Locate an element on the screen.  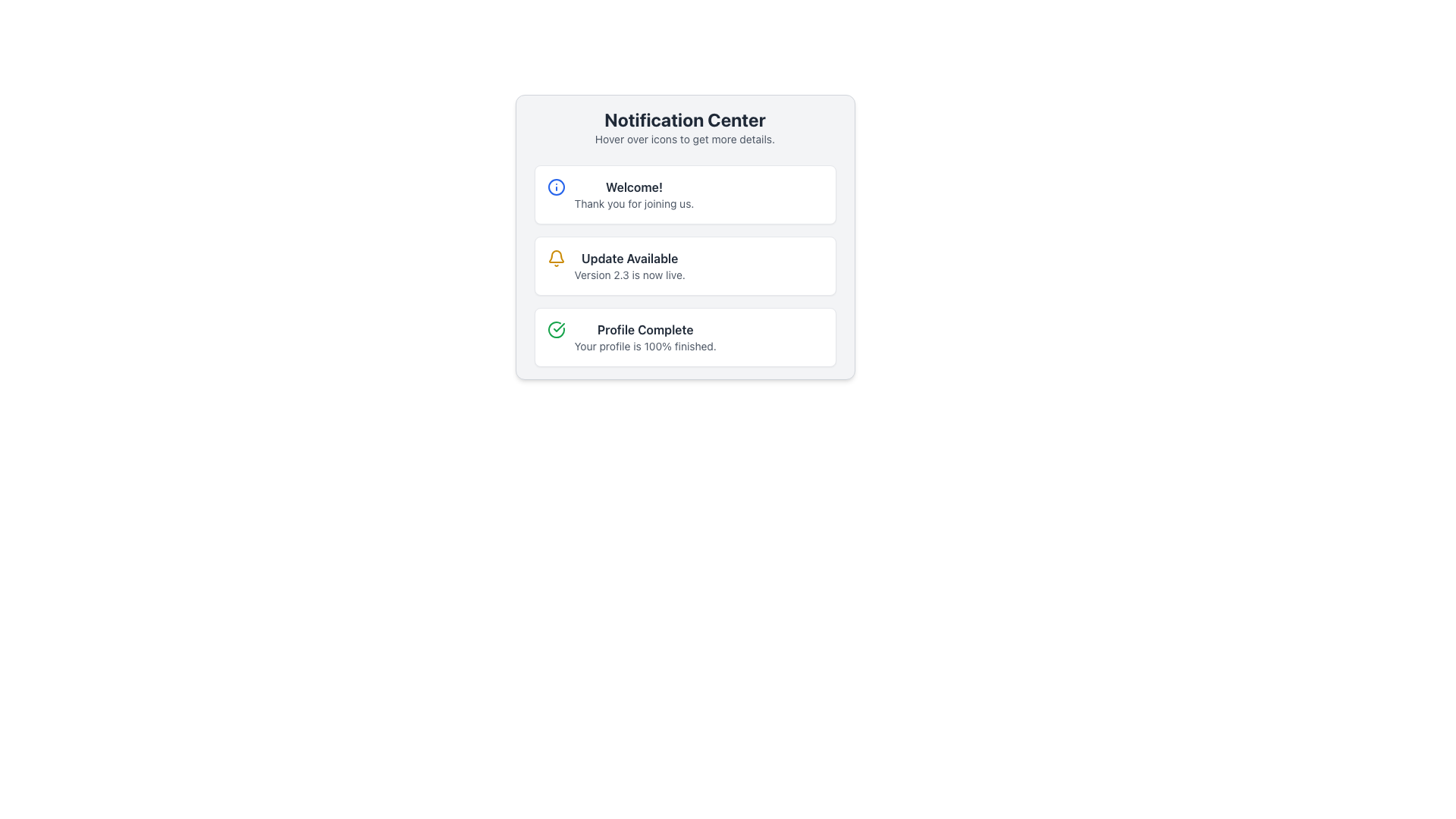
the welcome message text block located in the Notification Center, positioned between the 'info' icon above and the 'Update Available' and 'Profile Complete' elements below is located at coordinates (634, 194).